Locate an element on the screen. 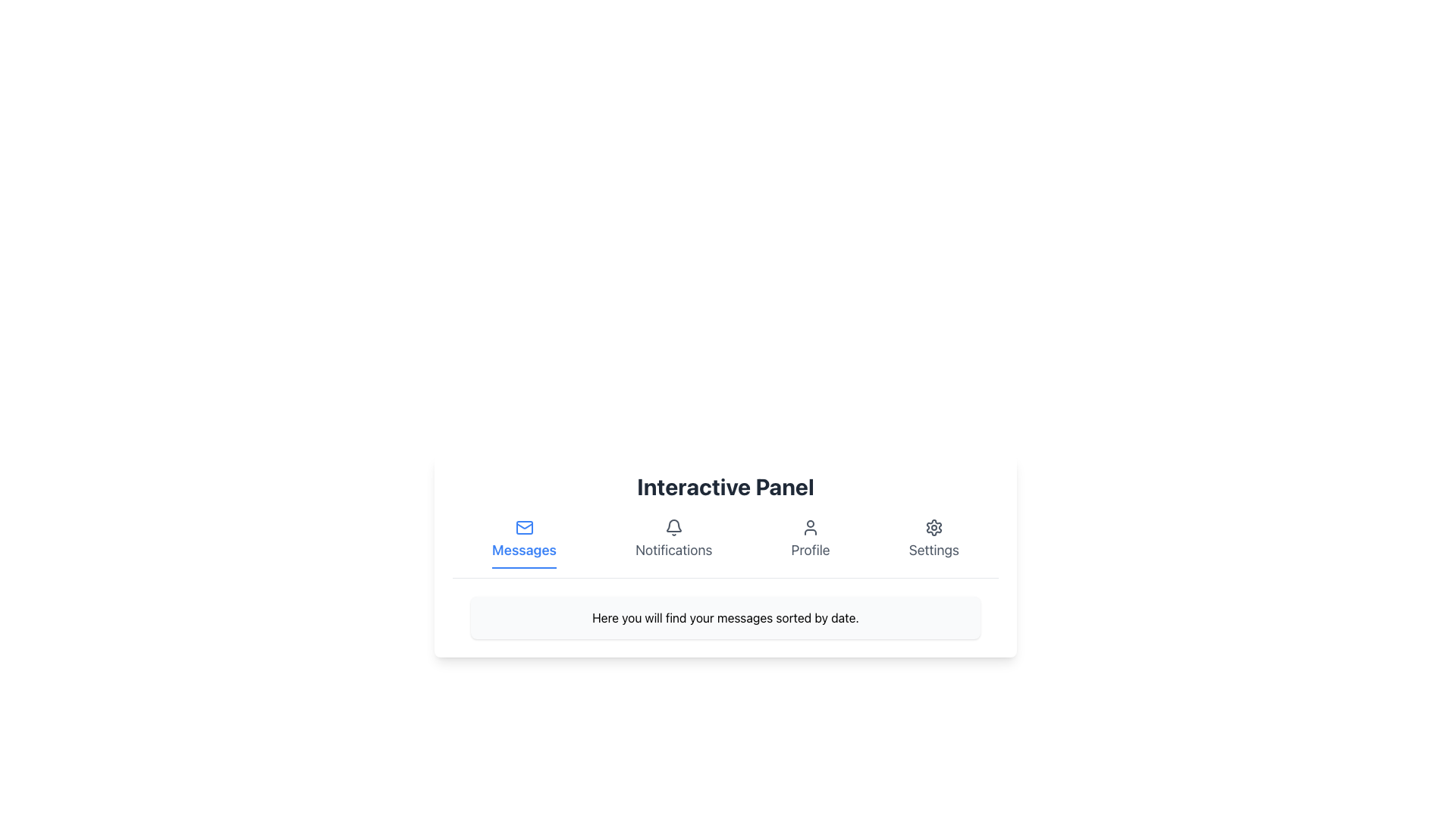  the 'Profile' icon located in the navigation bar, positioned between the 'Notifications' section and 'Settings' is located at coordinates (810, 526).